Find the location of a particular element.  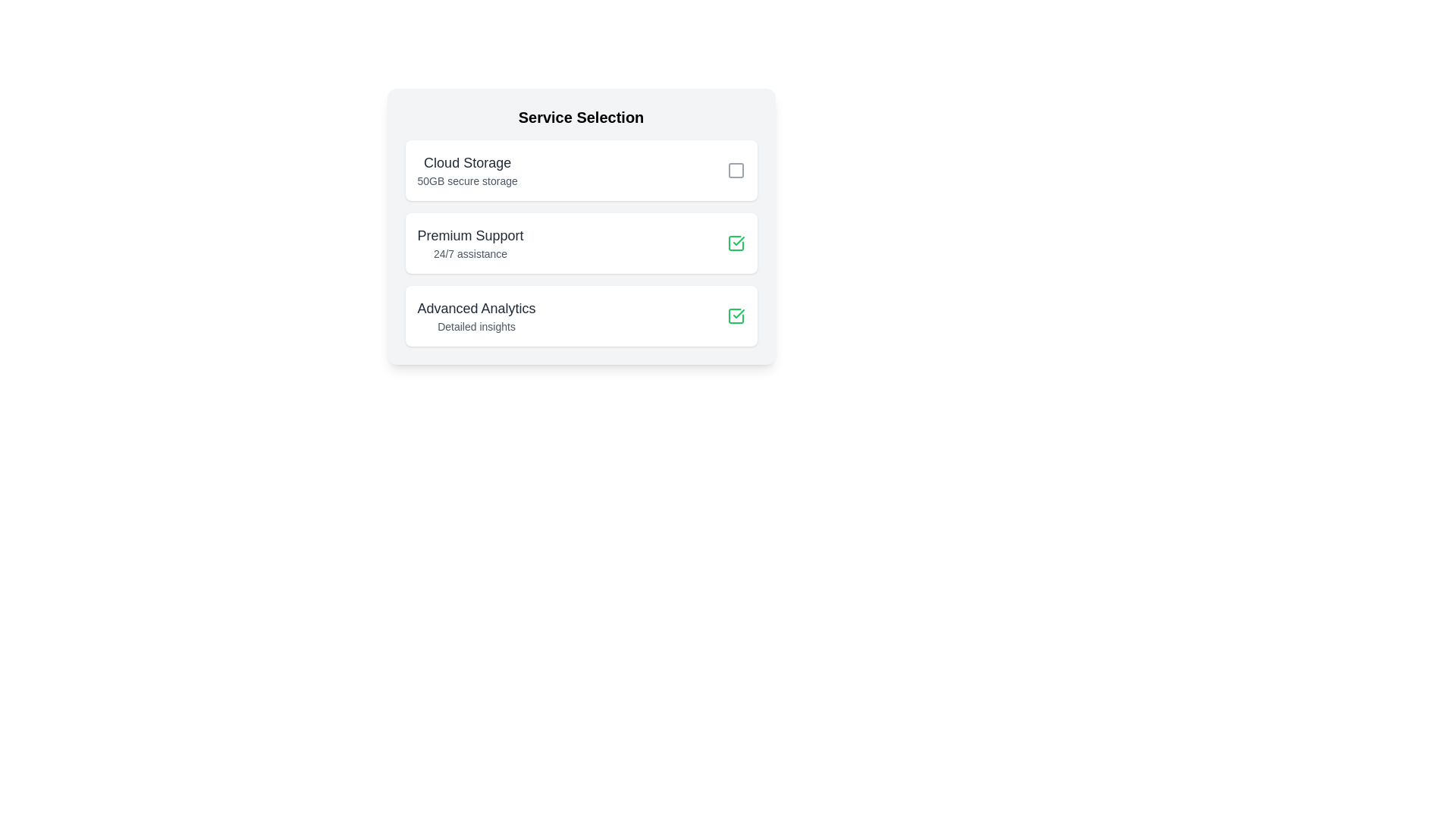

checkmark icon within the green-bordered square located in the 'Premium Support' section of the 'Service Selection' interface is located at coordinates (739, 240).